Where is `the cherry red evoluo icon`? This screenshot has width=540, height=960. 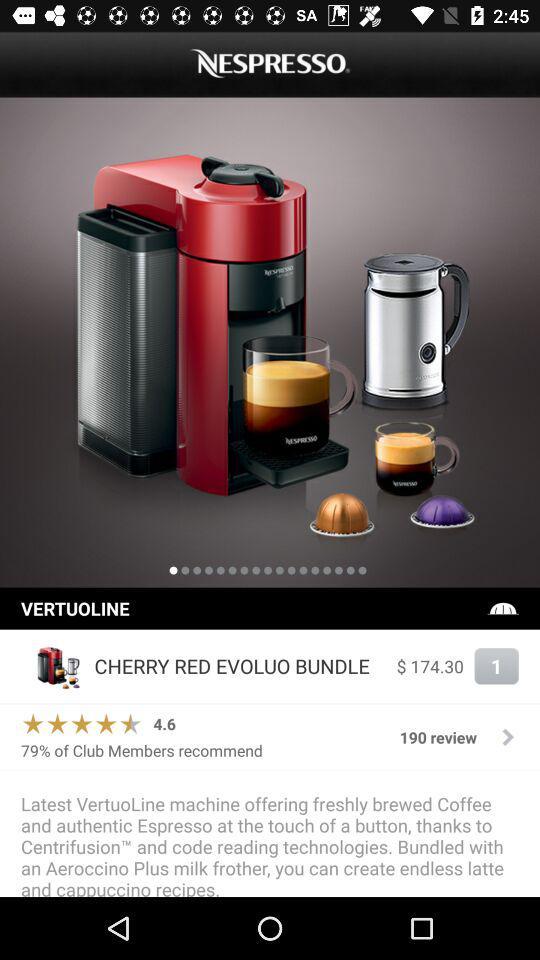 the cherry red evoluo icon is located at coordinates (240, 666).